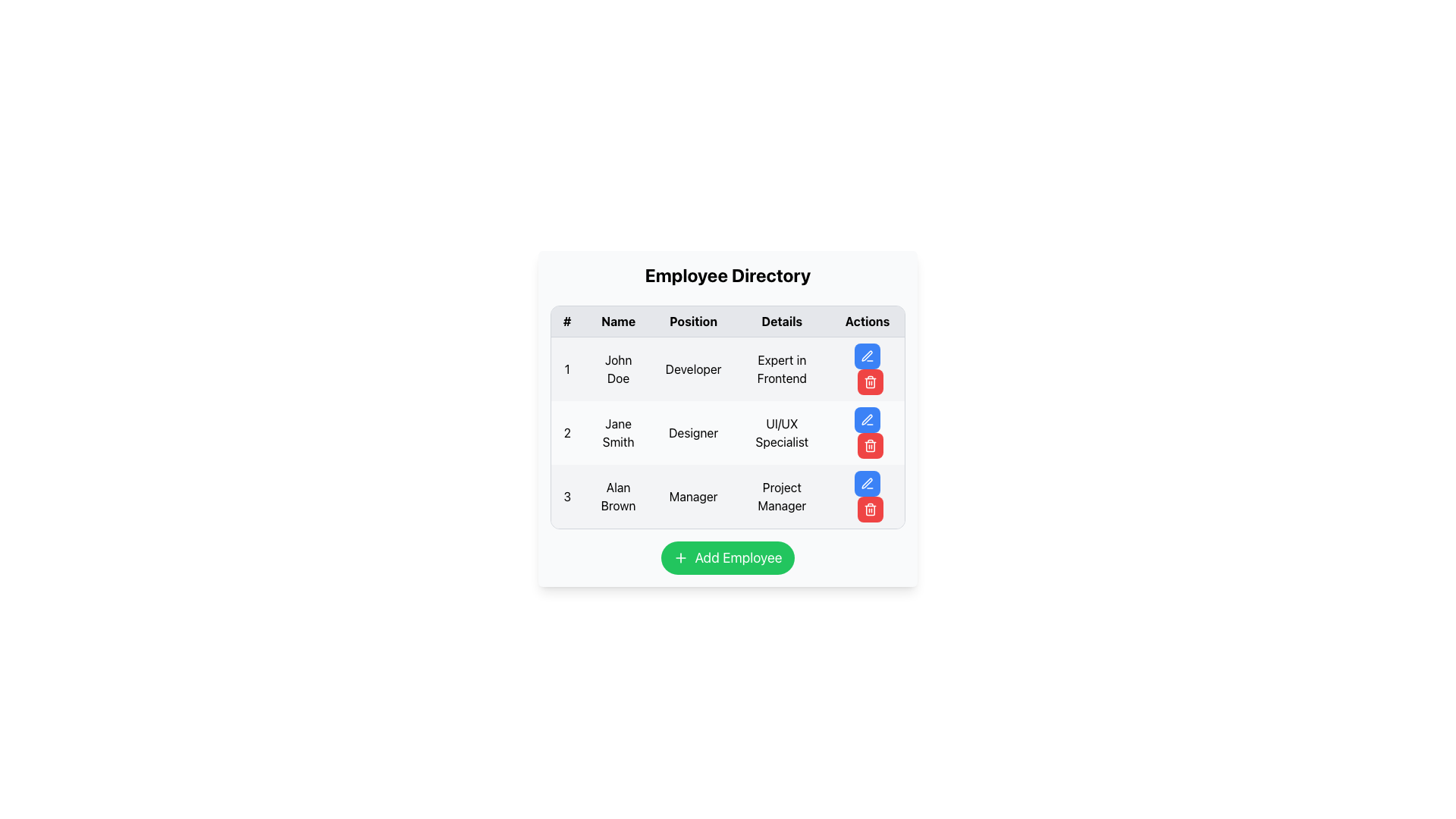 This screenshot has height=819, width=1456. Describe the element at coordinates (868, 497) in the screenshot. I see `the red square-shaped delete button with a trash bin icon located in the 'Actions' column for 'Alan Brown'` at that location.